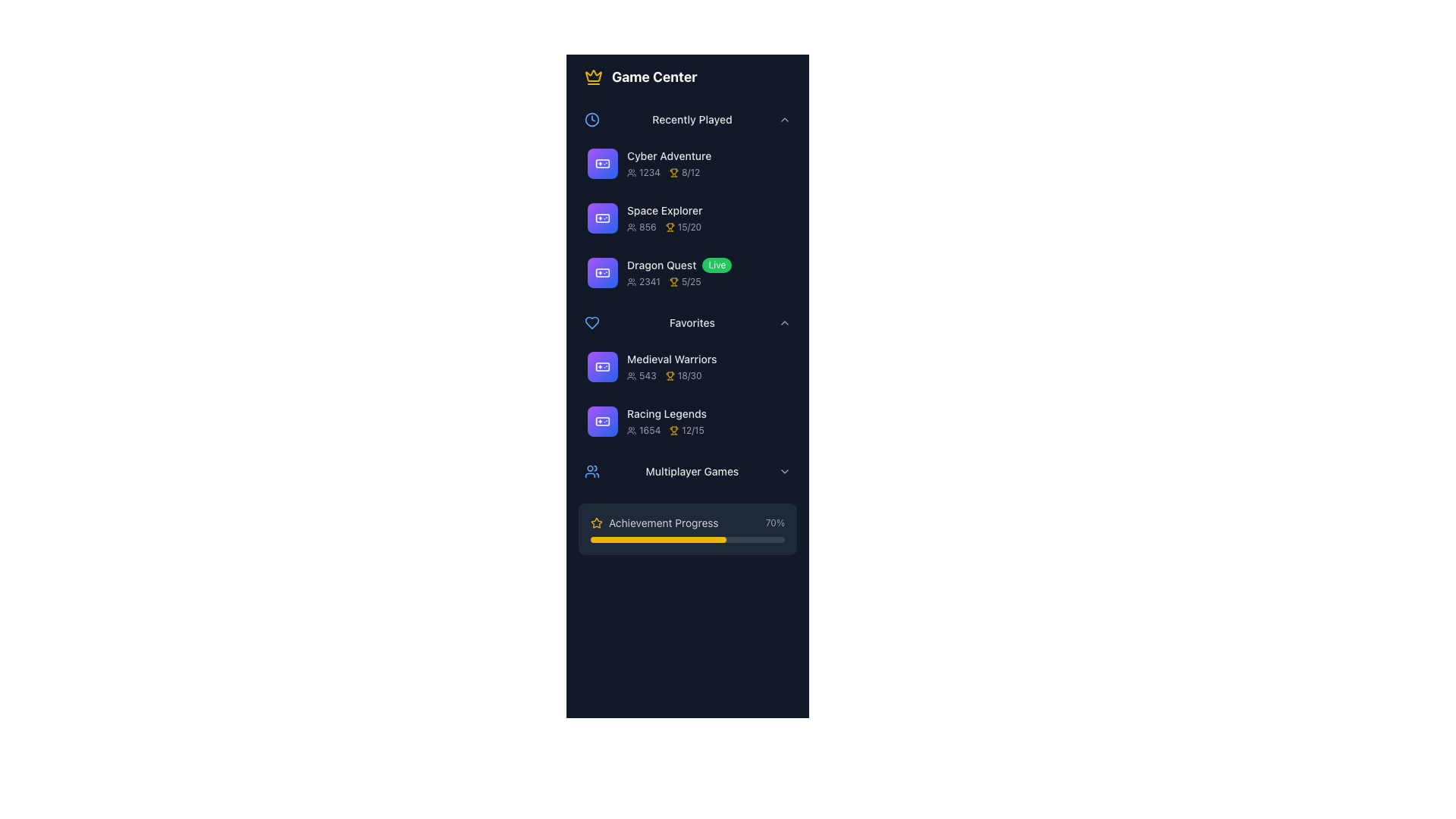  Describe the element at coordinates (706, 210) in the screenshot. I see `the 'Space Explorer' text label to view additional information about the game, located in the 'Recently Played' section of the 'Game Center' interface` at that location.